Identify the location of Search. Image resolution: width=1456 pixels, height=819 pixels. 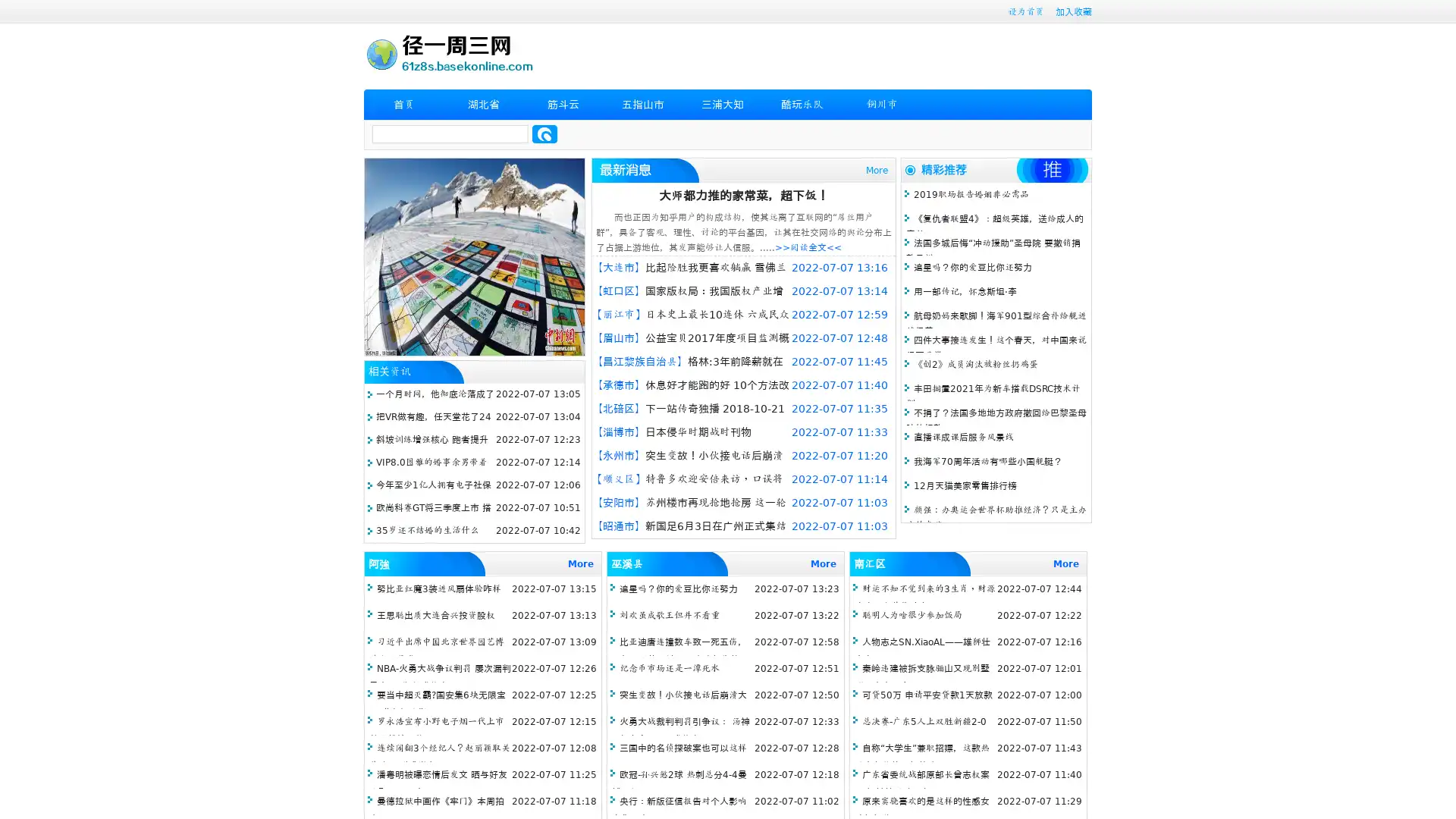
(544, 133).